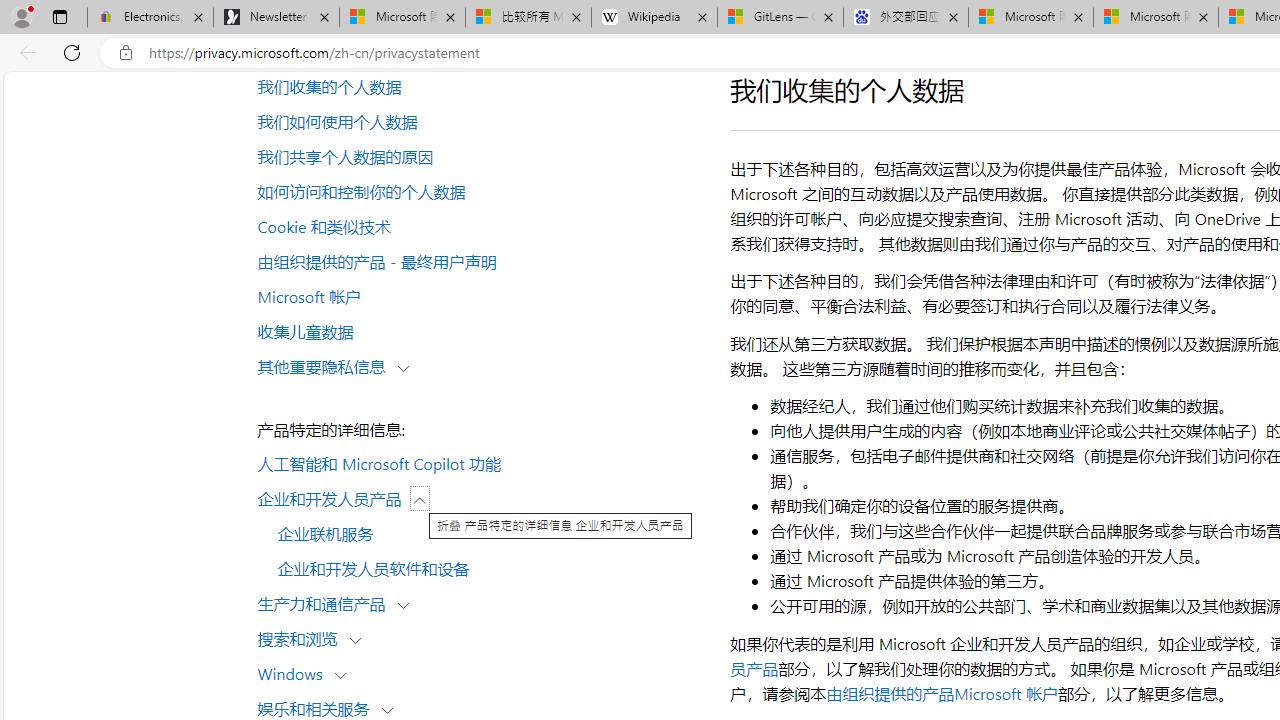 This screenshot has height=720, width=1280. What do you see at coordinates (275, 17) in the screenshot?
I see `'Newsletter Sign Up'` at bounding box center [275, 17].